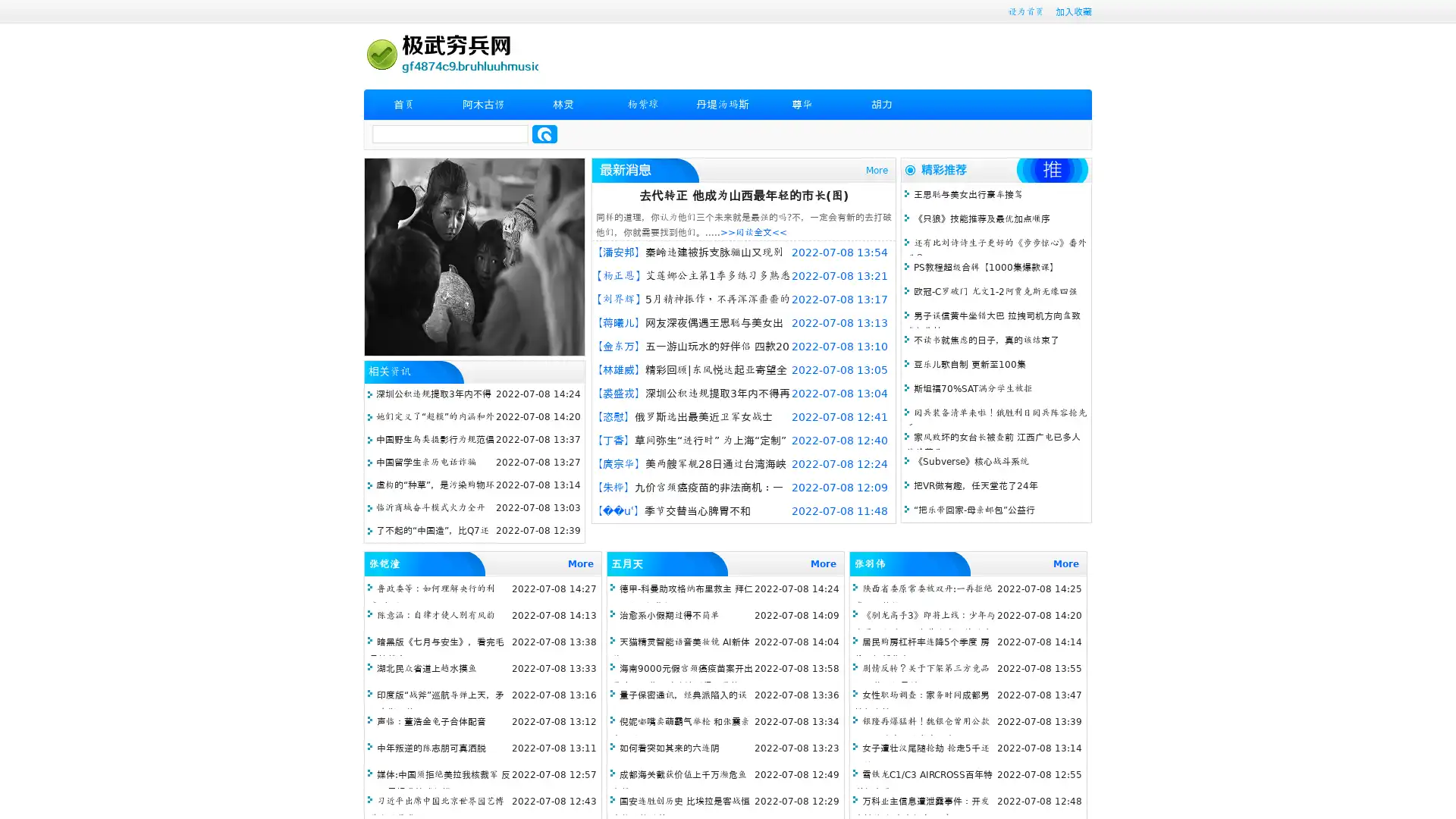 This screenshot has width=1456, height=819. What do you see at coordinates (544, 133) in the screenshot?
I see `Search` at bounding box center [544, 133].